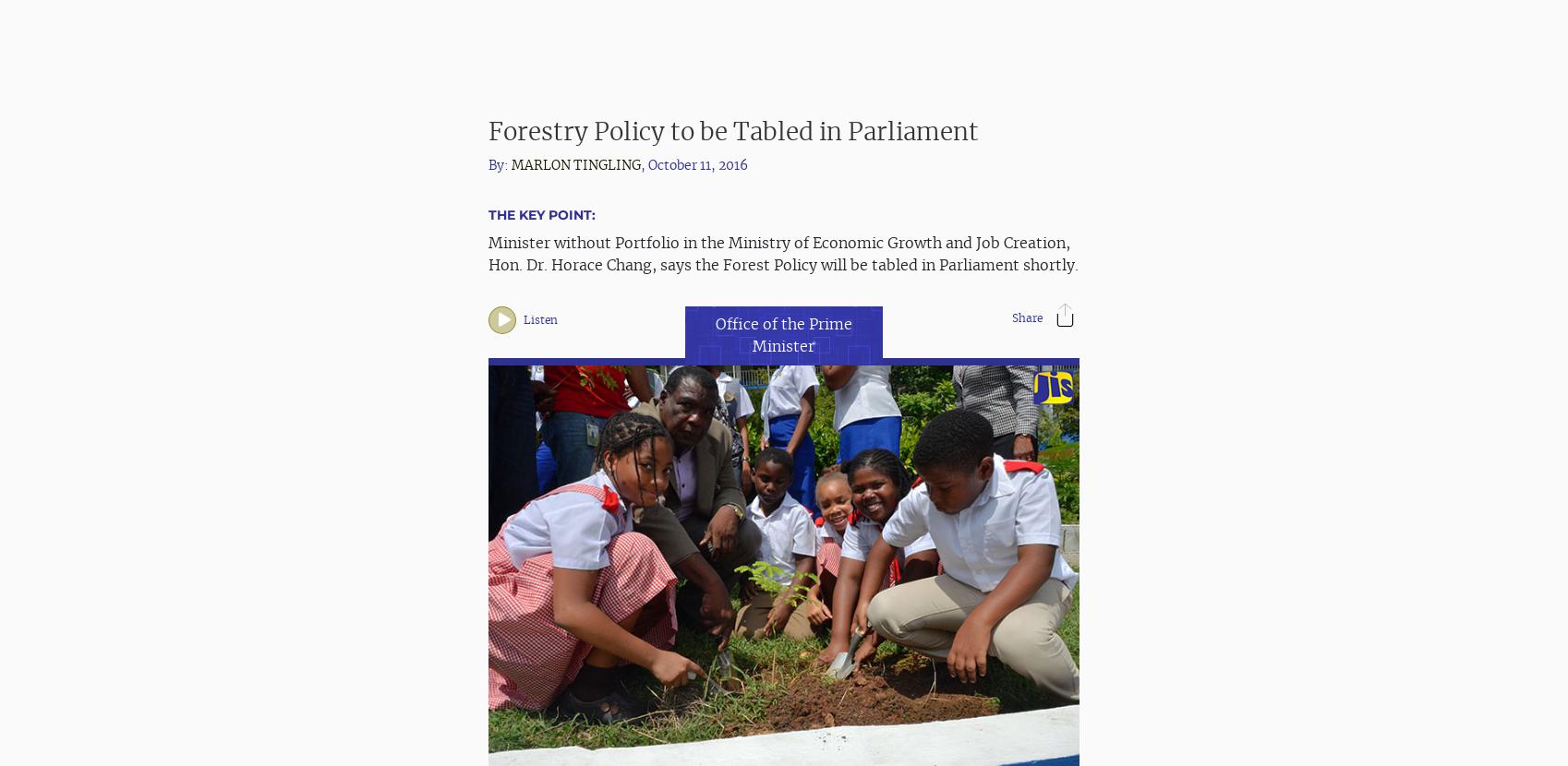 This screenshot has width=1568, height=766. What do you see at coordinates (873, 707) in the screenshot?
I see `','` at bounding box center [873, 707].